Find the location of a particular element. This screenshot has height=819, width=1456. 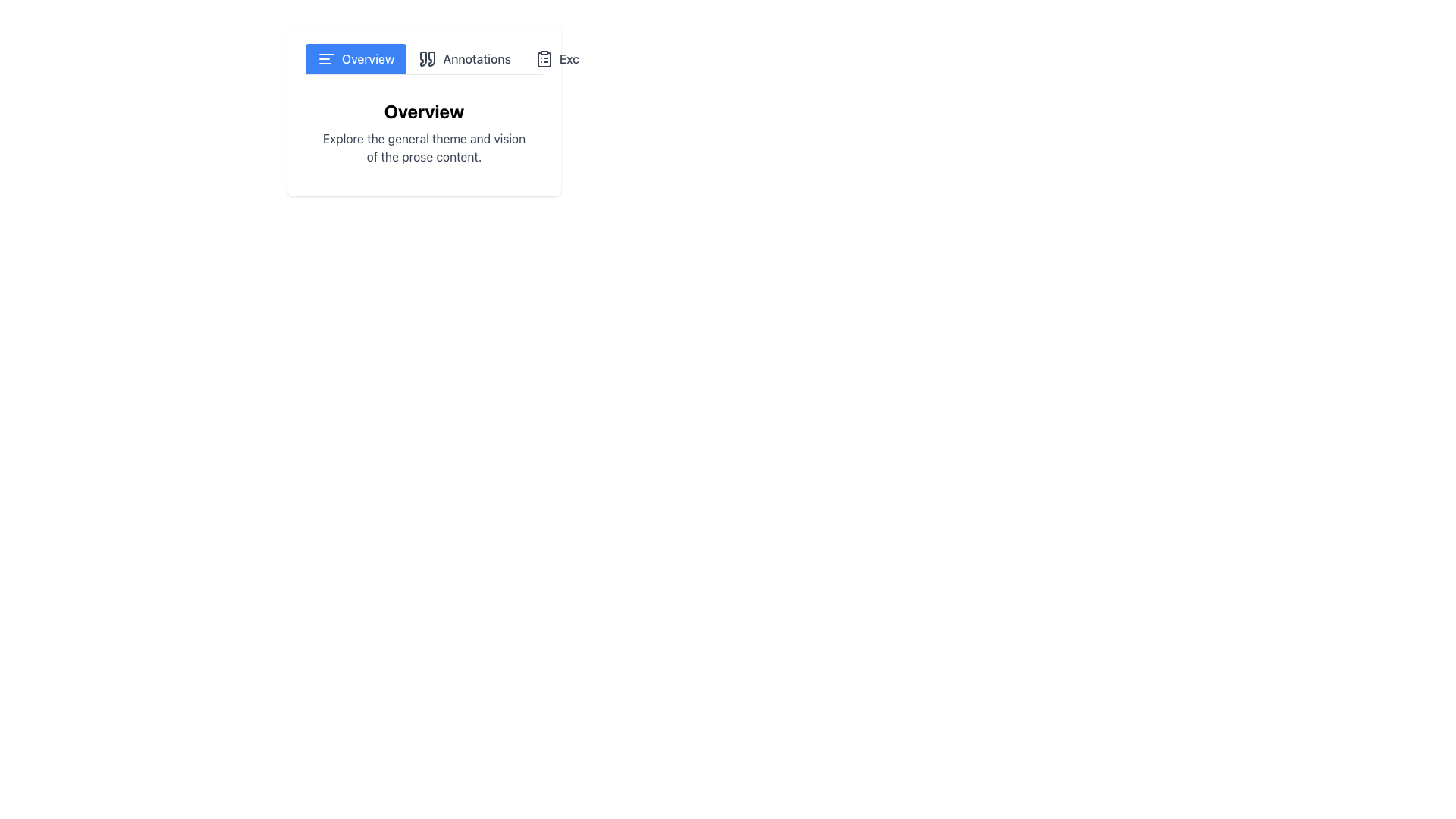

text in the introductory section titled 'Overview', which provides a brief description of the content's purpose or theme is located at coordinates (424, 131).